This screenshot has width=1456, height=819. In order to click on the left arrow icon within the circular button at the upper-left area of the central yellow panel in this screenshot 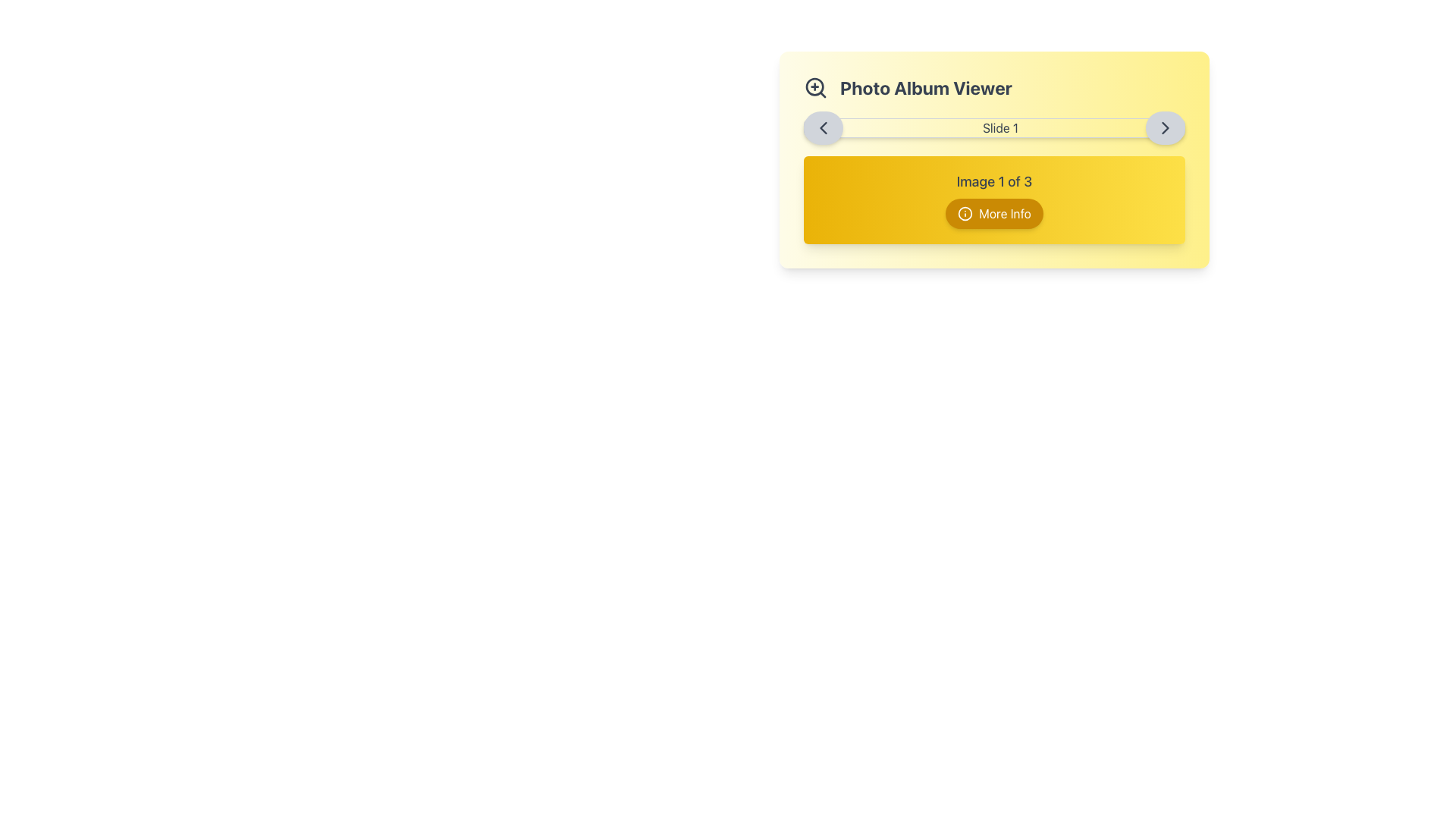, I will do `click(822, 127)`.